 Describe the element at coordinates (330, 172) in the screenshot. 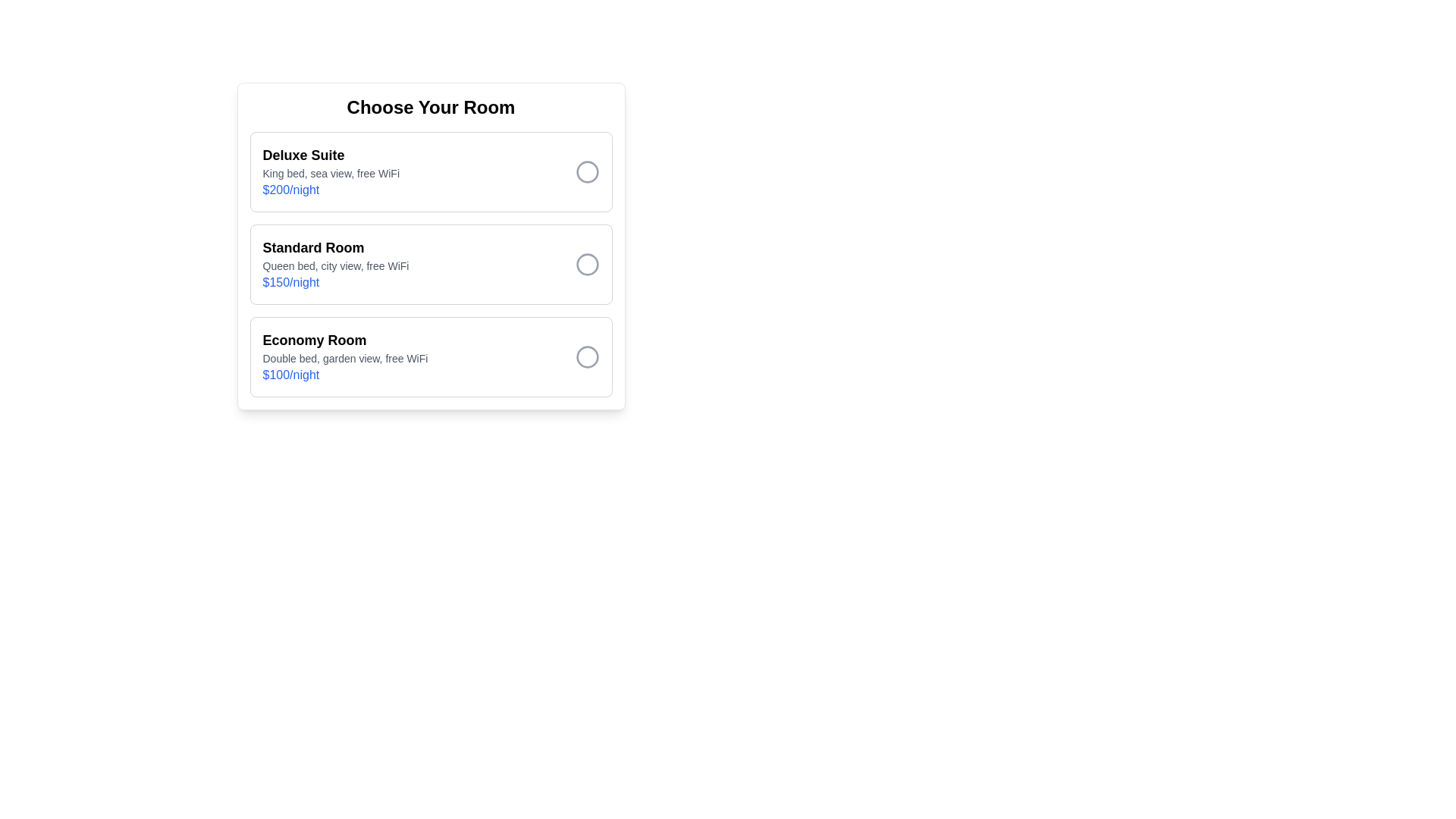

I see `the static text element that describes the features of the 'Deluxe Suite', located below the title and above the price '$200/night'` at that location.